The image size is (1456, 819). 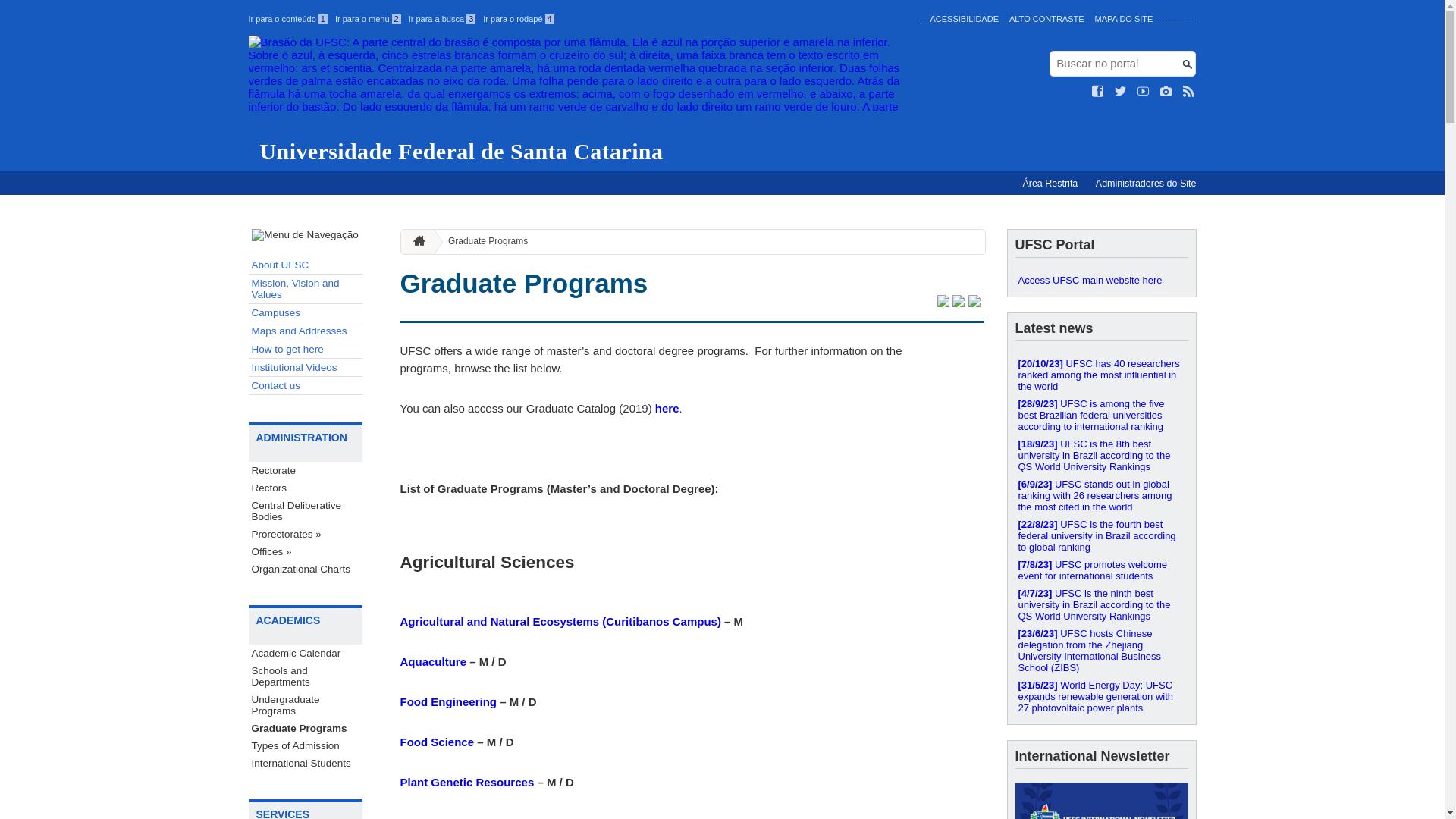 I want to click on 'Organizational Charts', so click(x=248, y=569).